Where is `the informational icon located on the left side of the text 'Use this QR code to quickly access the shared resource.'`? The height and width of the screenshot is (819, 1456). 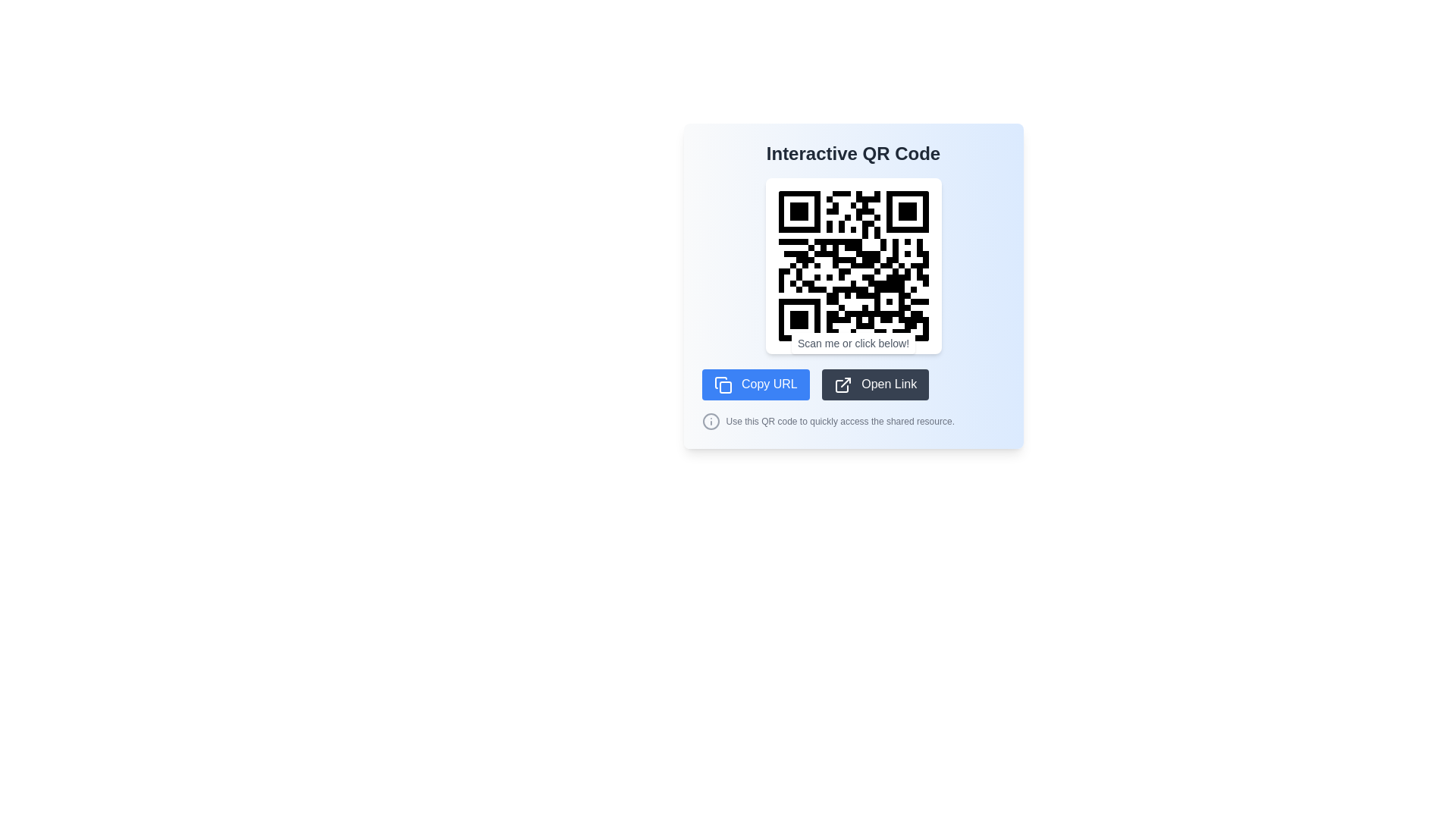 the informational icon located on the left side of the text 'Use this QR code to quickly access the shared resource.' is located at coordinates (710, 421).